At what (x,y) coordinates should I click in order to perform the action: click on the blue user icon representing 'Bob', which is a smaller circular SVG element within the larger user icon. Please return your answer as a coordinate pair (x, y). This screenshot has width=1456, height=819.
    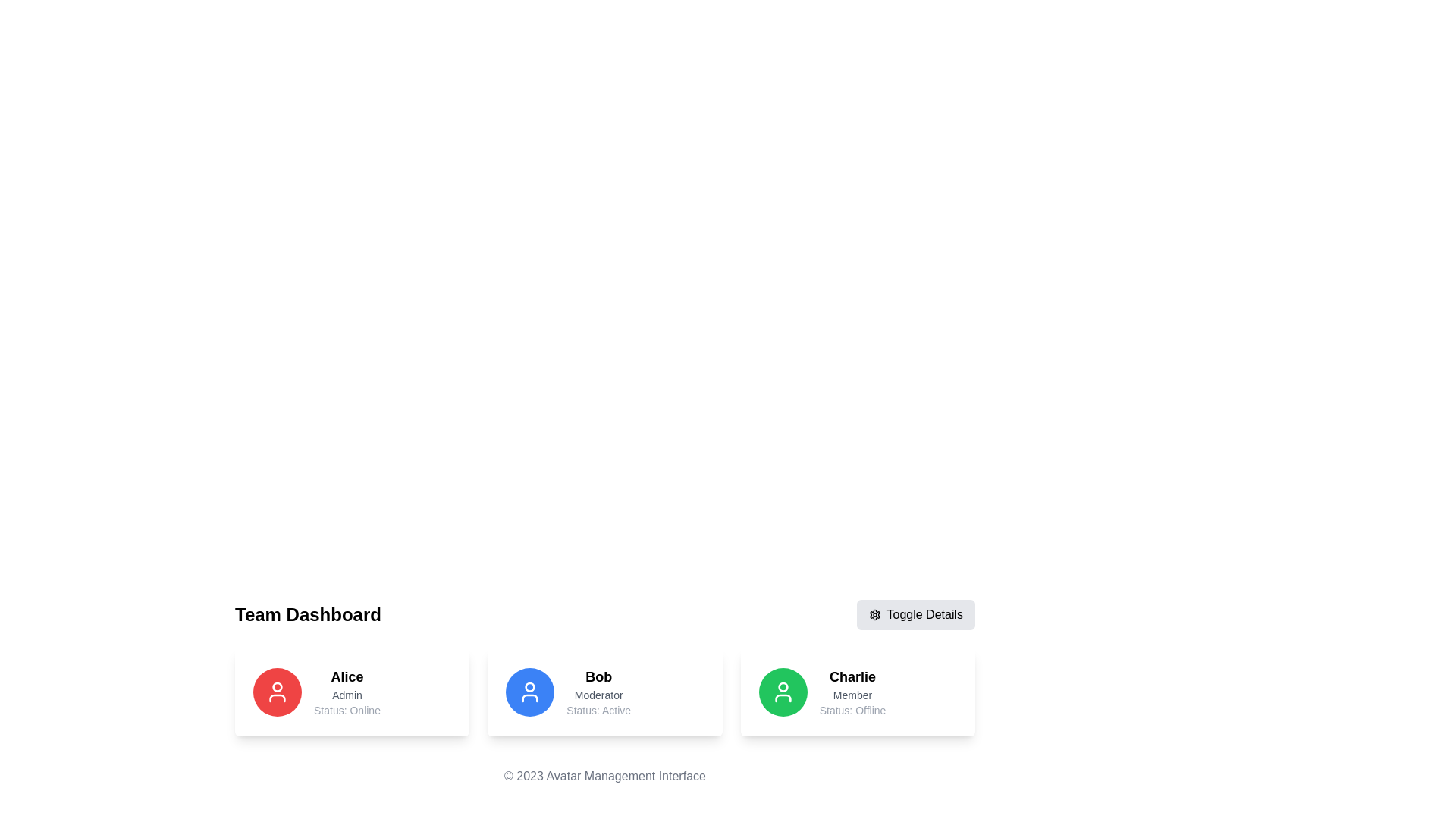
    Looking at the image, I should click on (530, 687).